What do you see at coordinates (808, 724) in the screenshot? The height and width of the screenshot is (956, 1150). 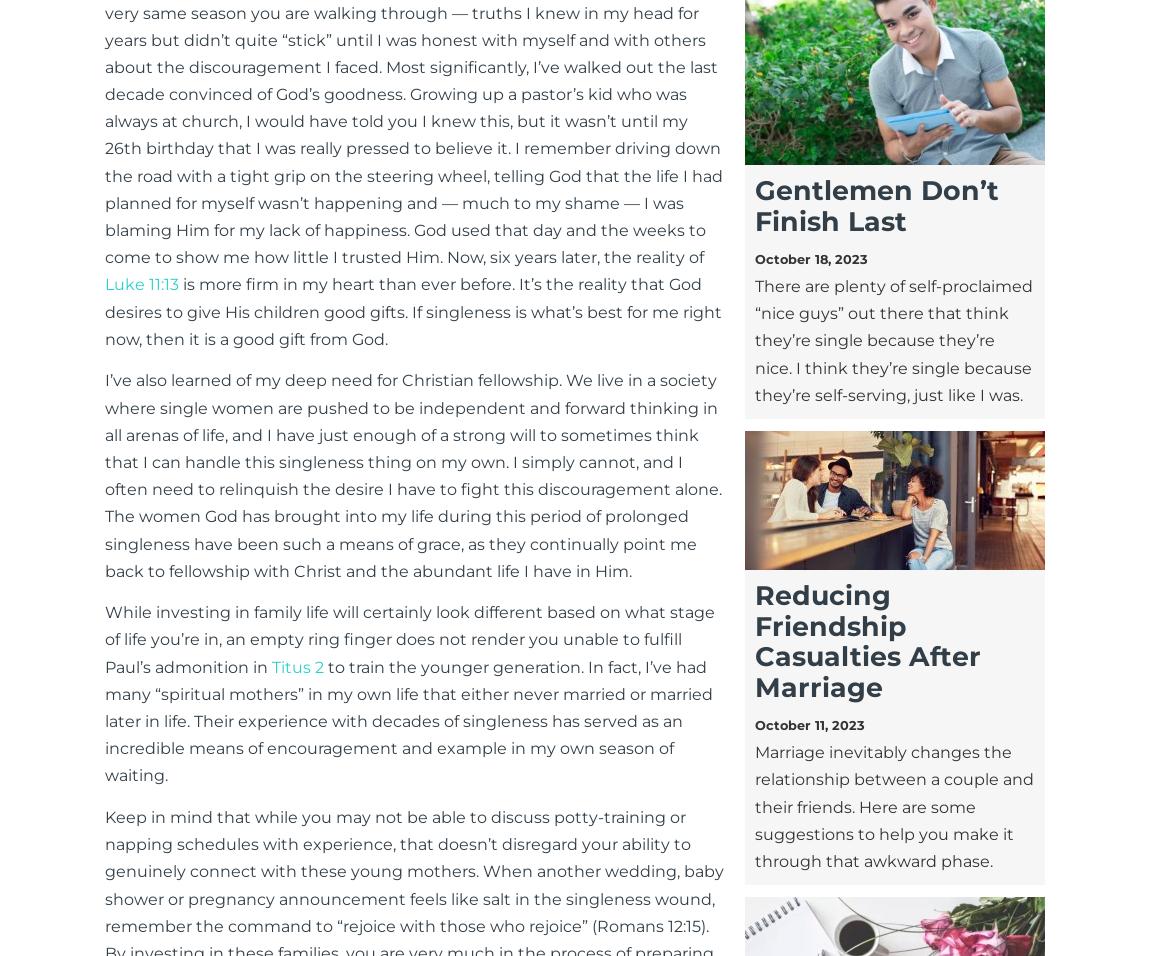 I see `'October 11, 2023'` at bounding box center [808, 724].